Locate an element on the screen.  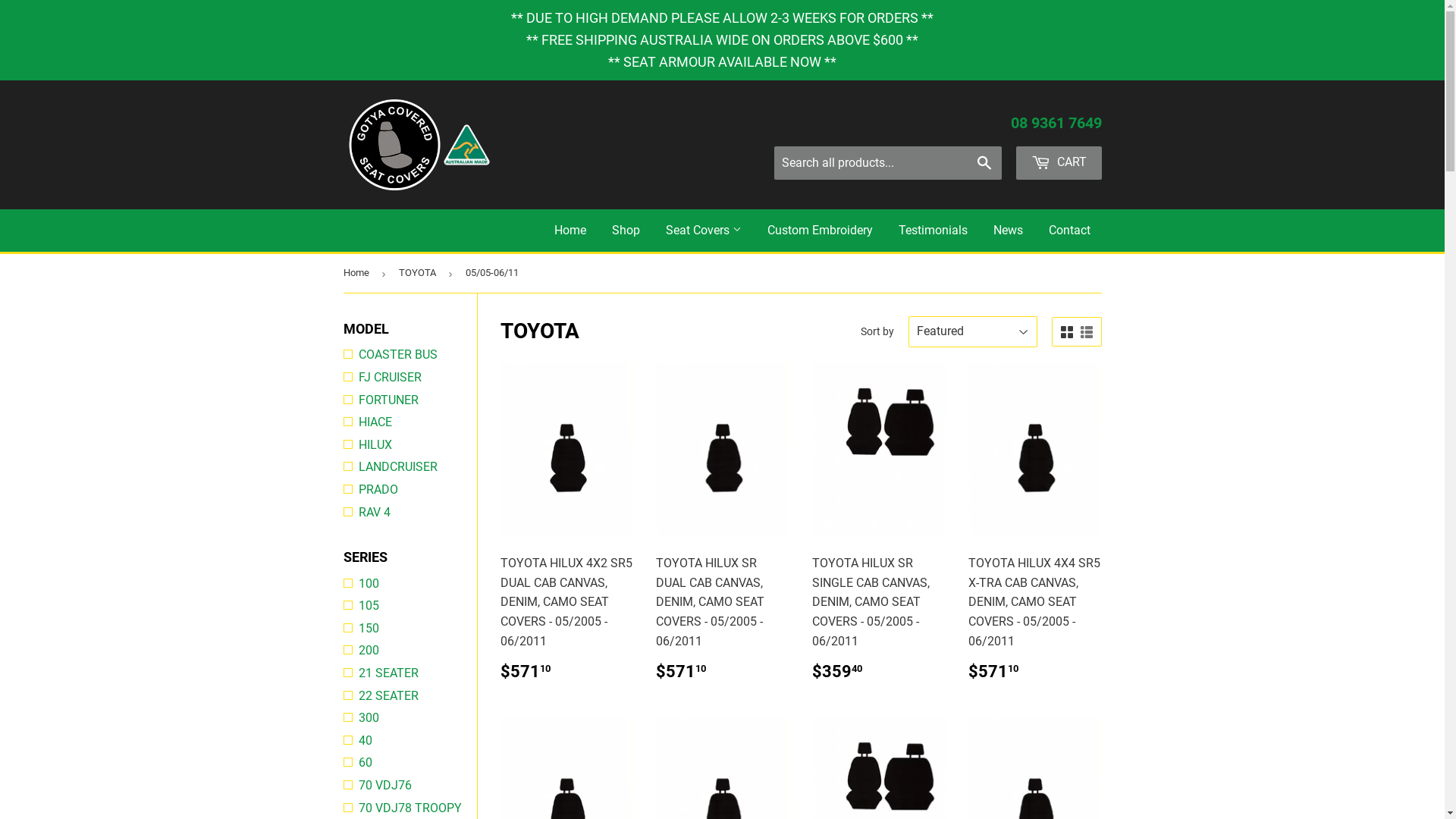
'08 9361 7649' is located at coordinates (1055, 122).